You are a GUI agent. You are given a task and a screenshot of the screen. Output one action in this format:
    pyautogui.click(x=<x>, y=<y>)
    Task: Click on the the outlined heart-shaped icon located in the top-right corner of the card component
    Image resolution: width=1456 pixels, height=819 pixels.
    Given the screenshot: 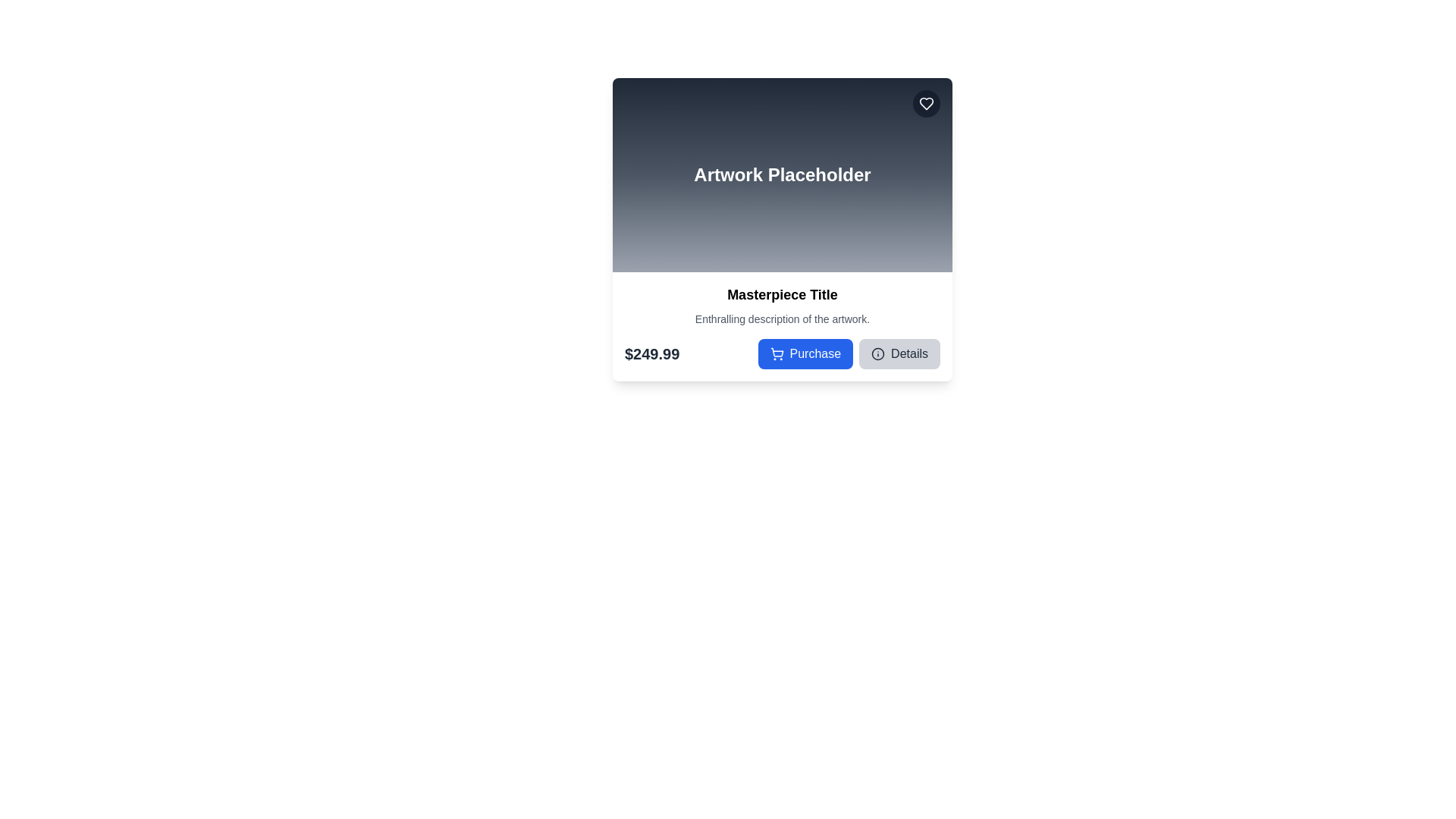 What is the action you would take?
    pyautogui.click(x=926, y=103)
    